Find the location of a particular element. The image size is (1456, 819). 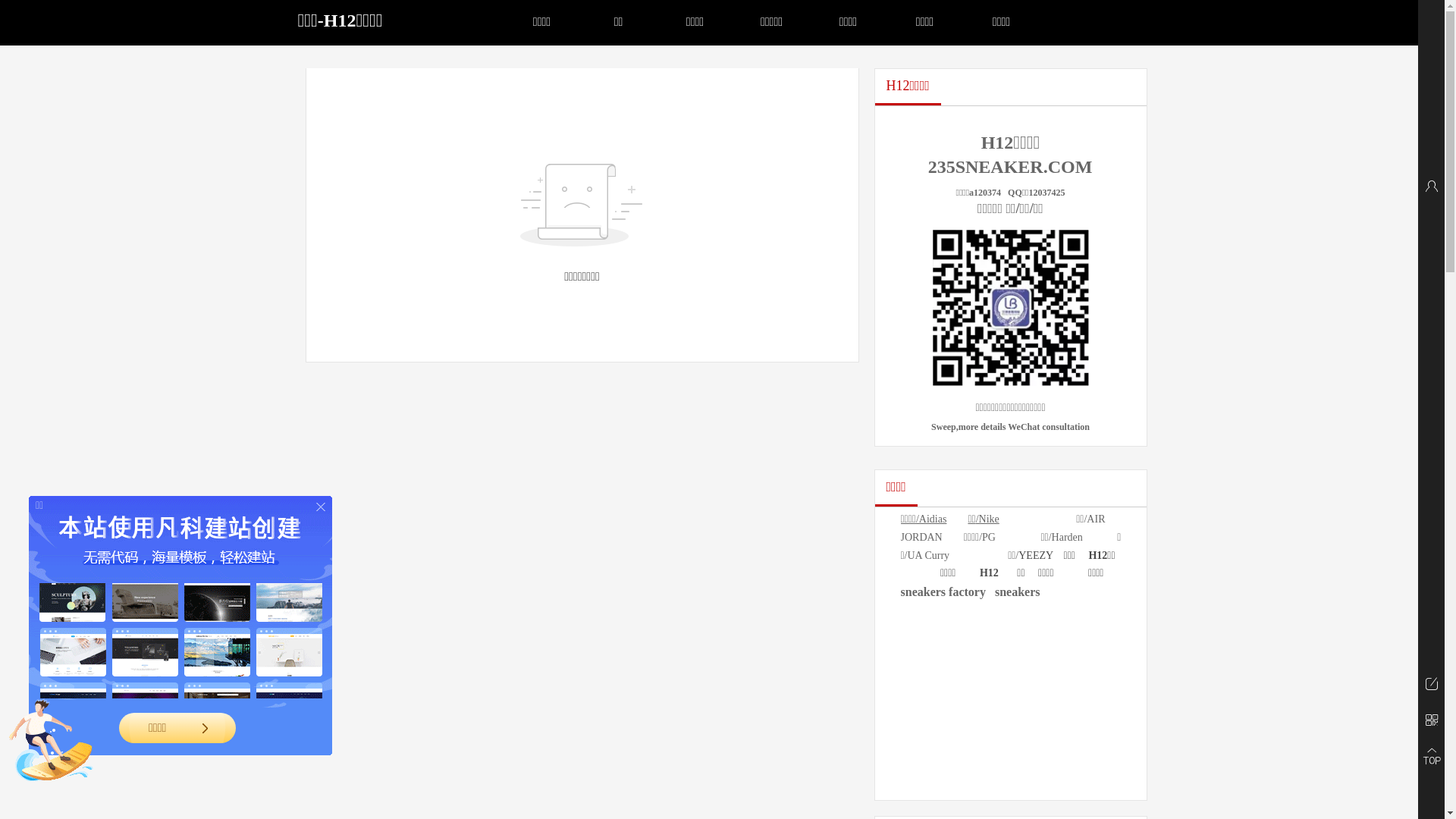

'sneakers factory' is located at coordinates (942, 591).